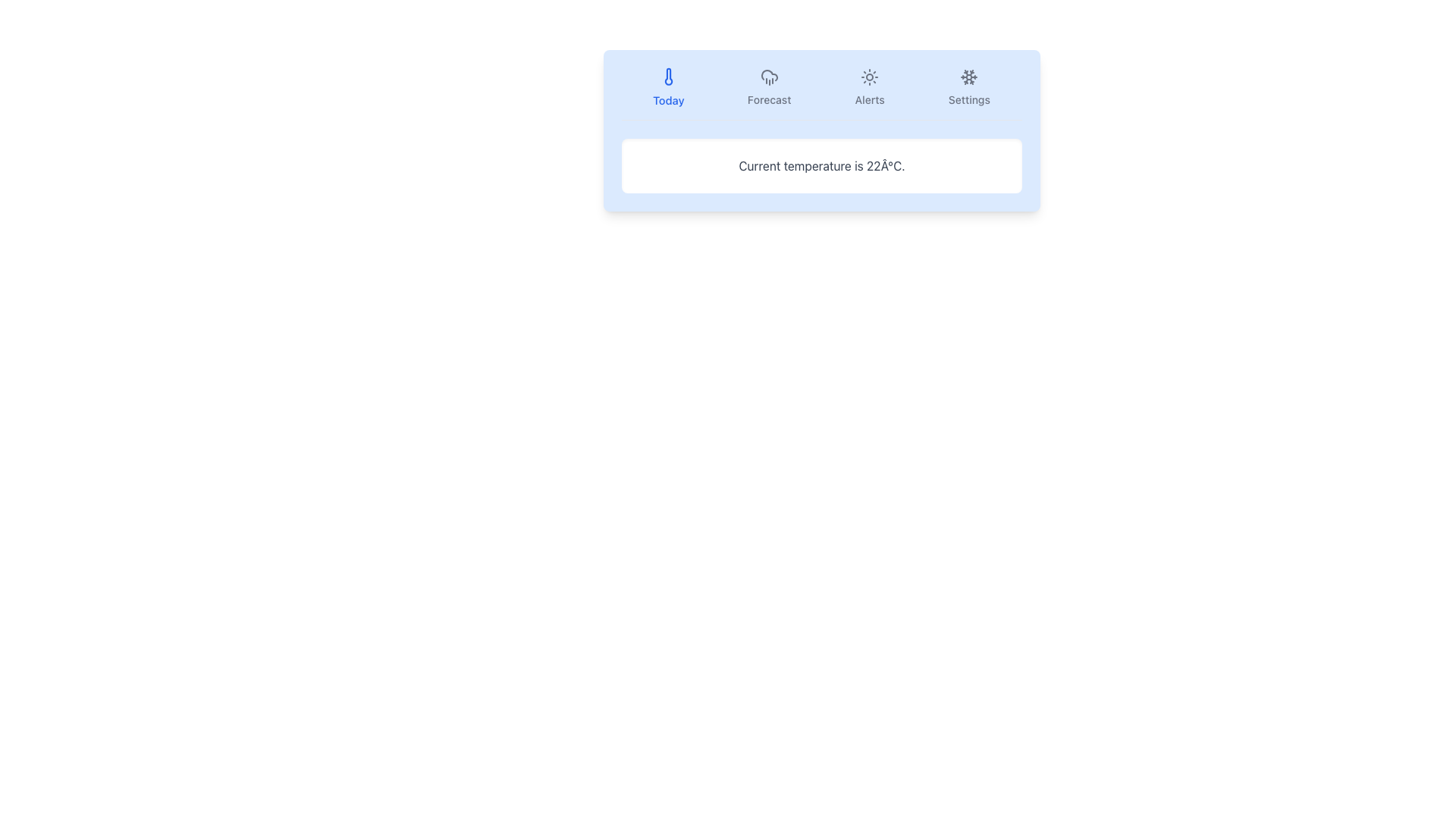  I want to click on the 'Settings' icon, so click(968, 77).